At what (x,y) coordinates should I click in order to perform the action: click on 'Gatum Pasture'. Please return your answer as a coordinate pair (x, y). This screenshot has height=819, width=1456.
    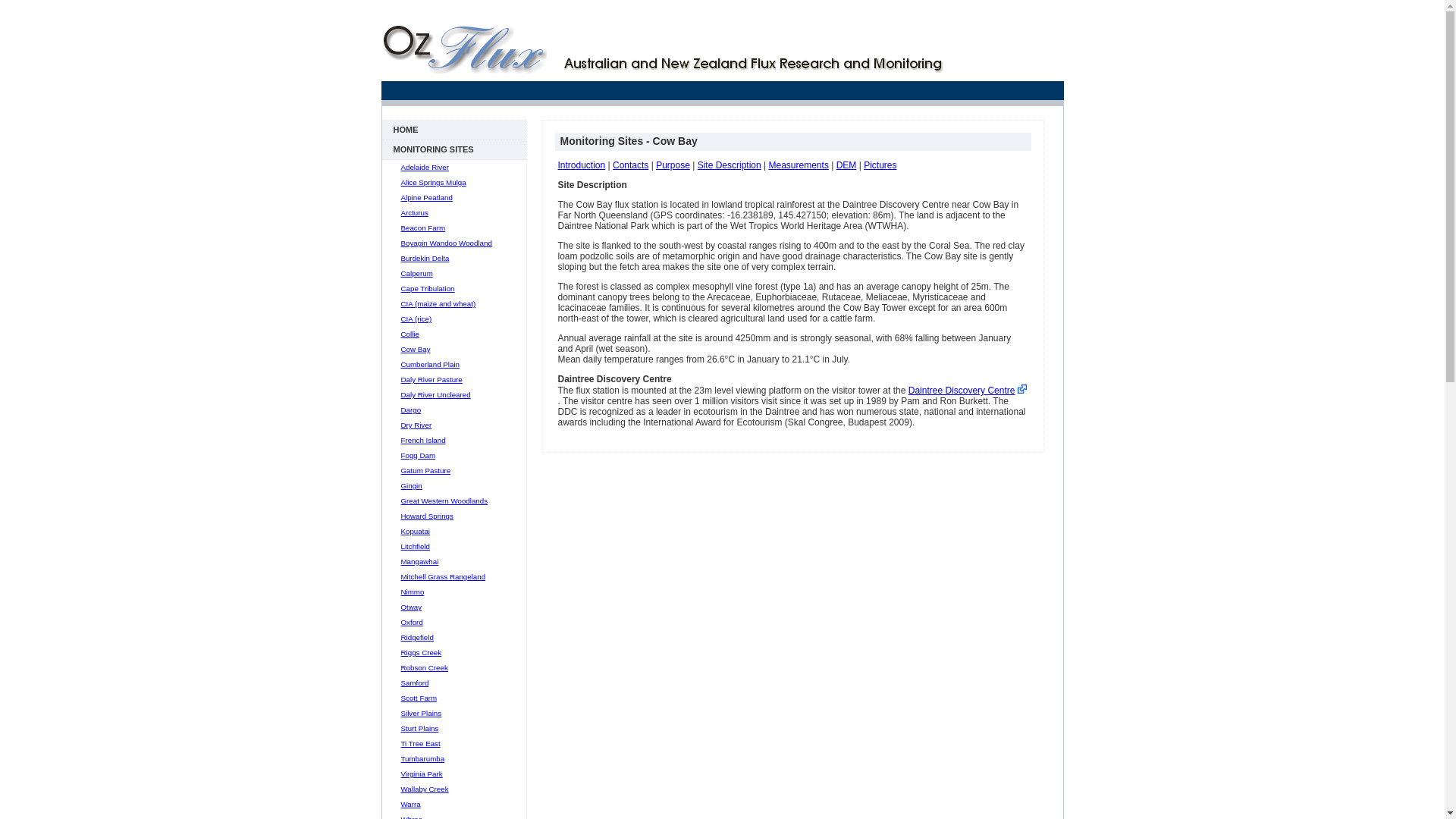
    Looking at the image, I should click on (425, 469).